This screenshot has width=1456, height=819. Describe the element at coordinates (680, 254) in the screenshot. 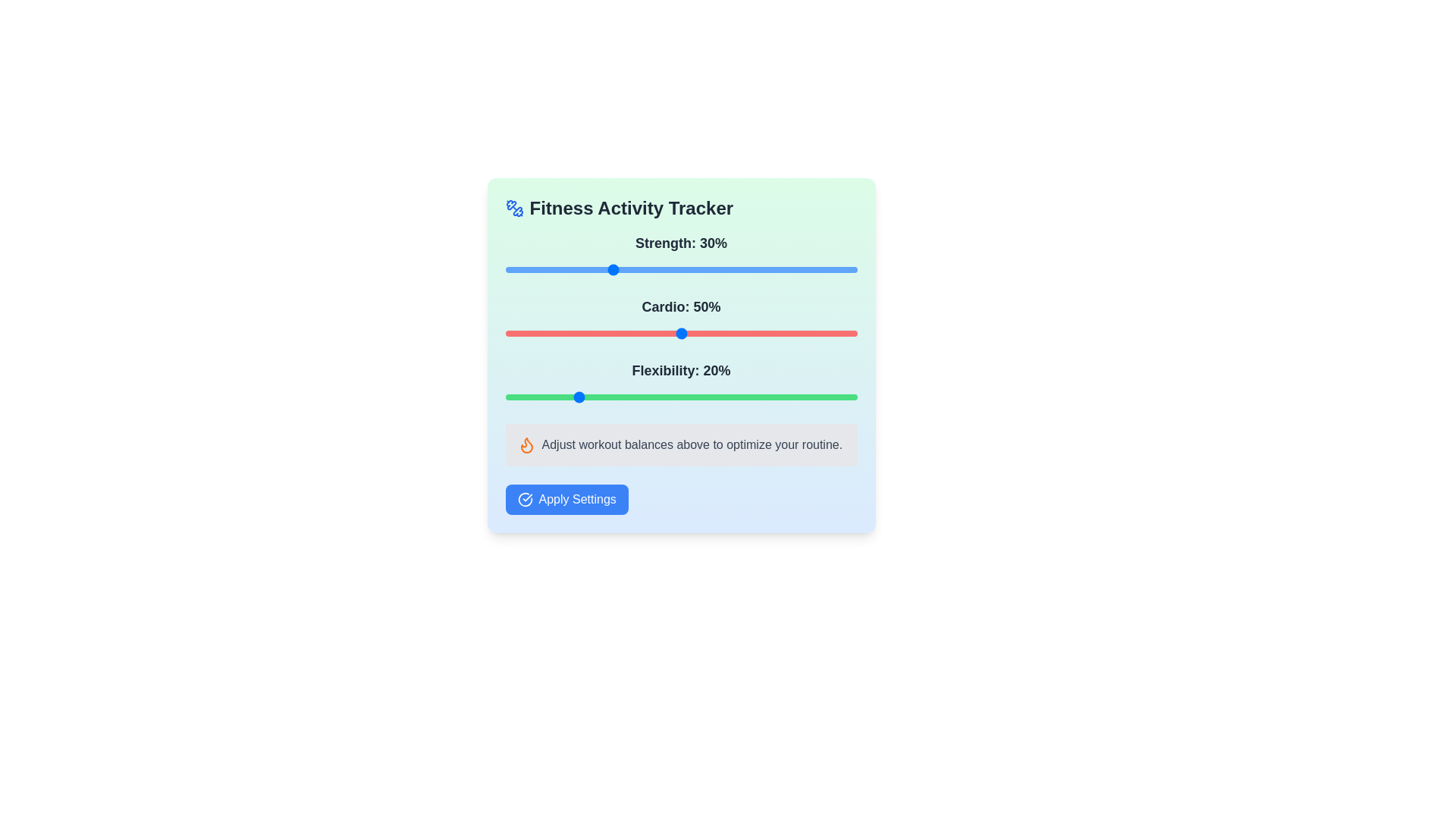

I see `the slider control labeled 'Strength: 30%'` at that location.